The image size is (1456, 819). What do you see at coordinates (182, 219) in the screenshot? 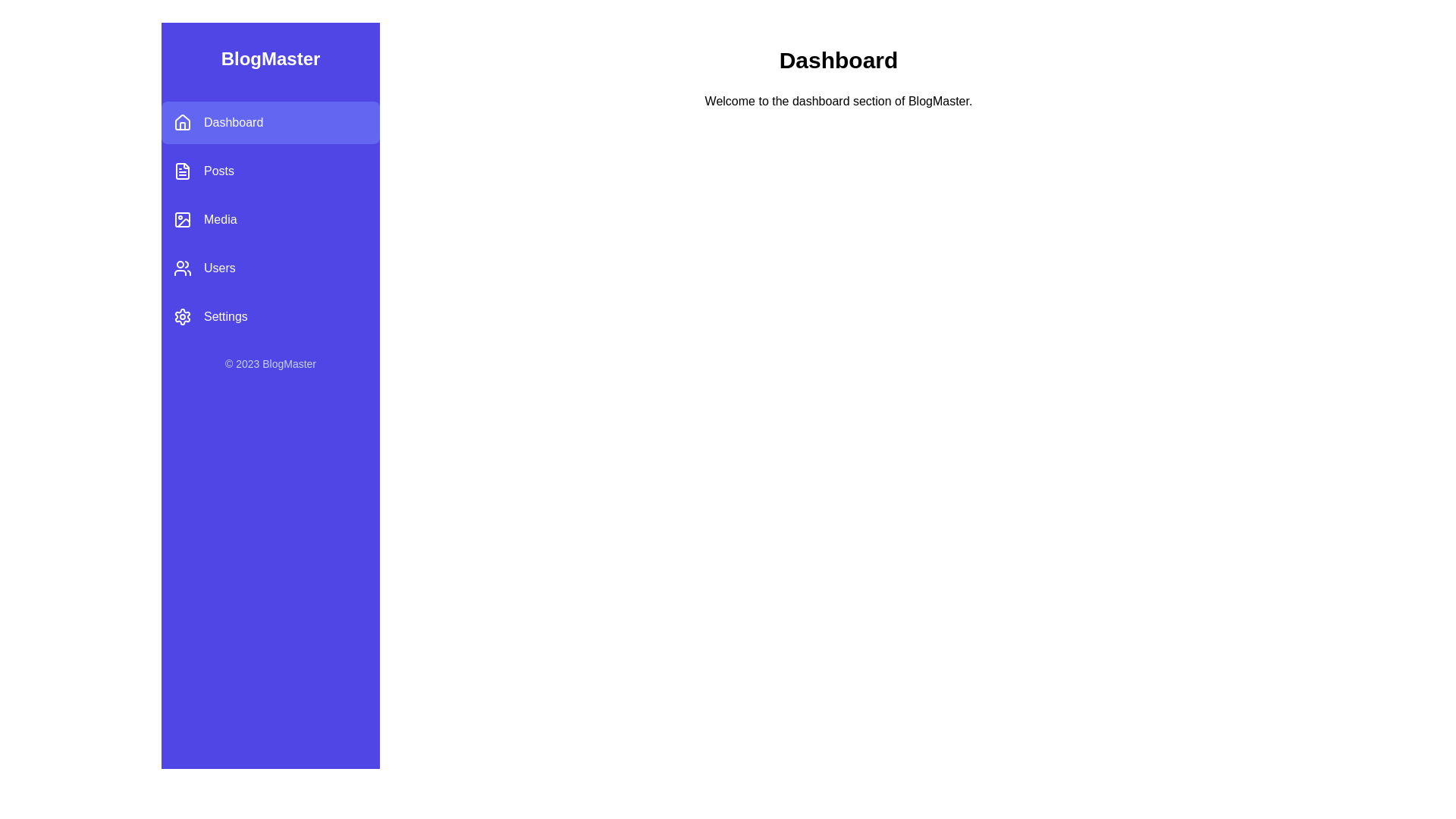
I see `decorative Icon component that is part of the 'Media' menu option in the sidebar navigation menu using developer tools` at bounding box center [182, 219].